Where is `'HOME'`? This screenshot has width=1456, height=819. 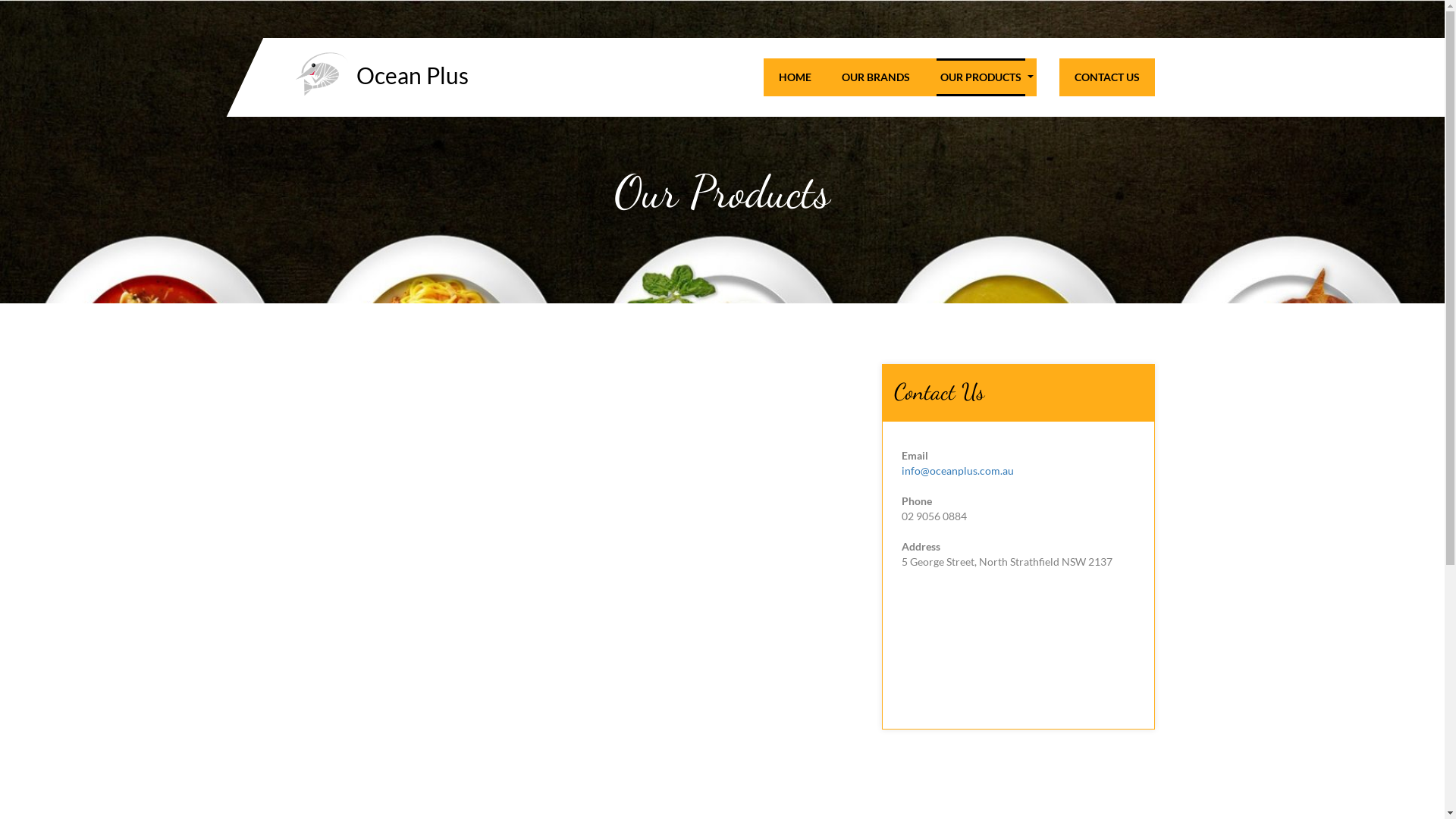
'HOME' is located at coordinates (794, 77).